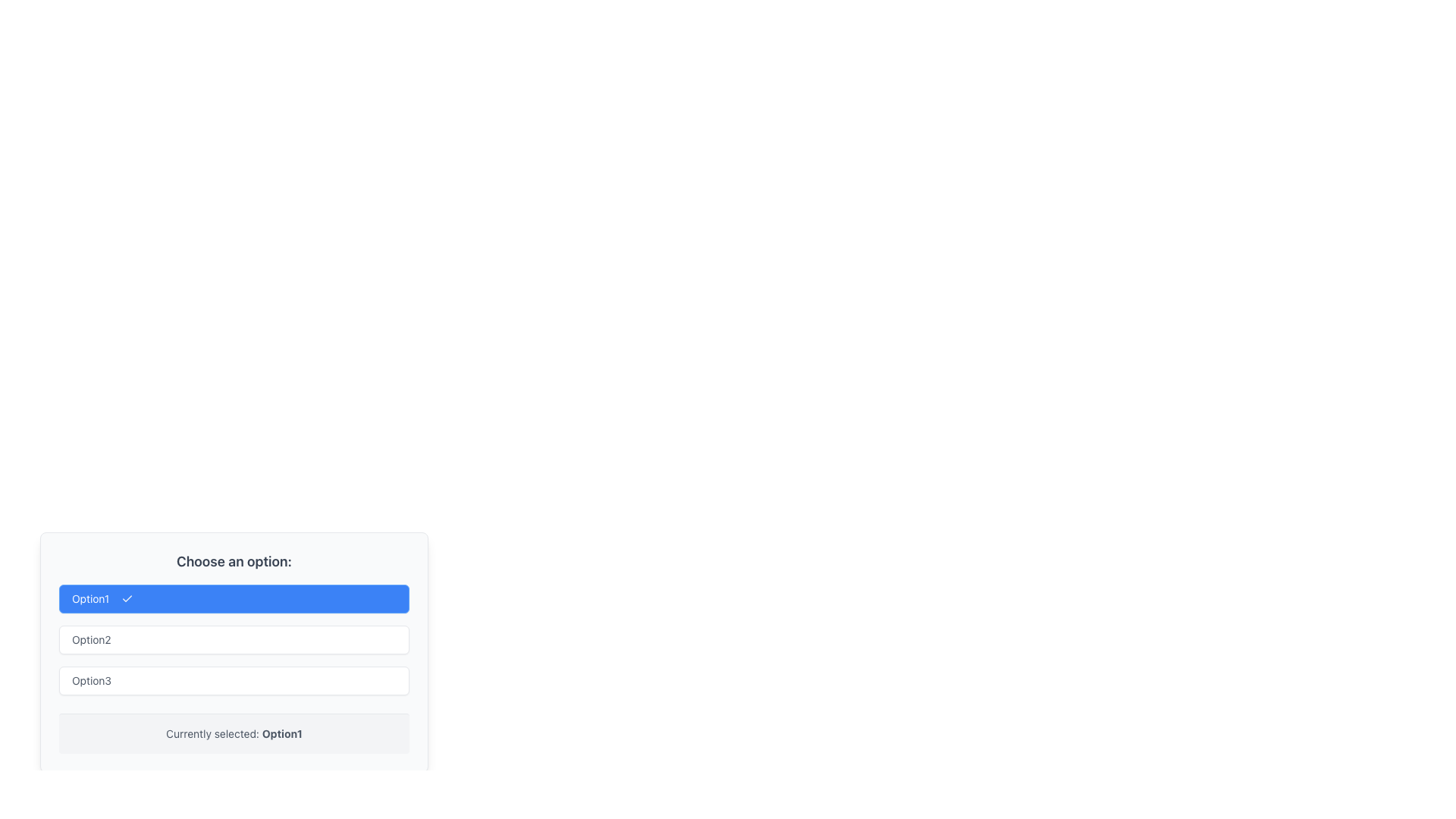  I want to click on the text element displaying 'Option1' which indicates the currently selected option in the dropdown menu, so click(282, 733).